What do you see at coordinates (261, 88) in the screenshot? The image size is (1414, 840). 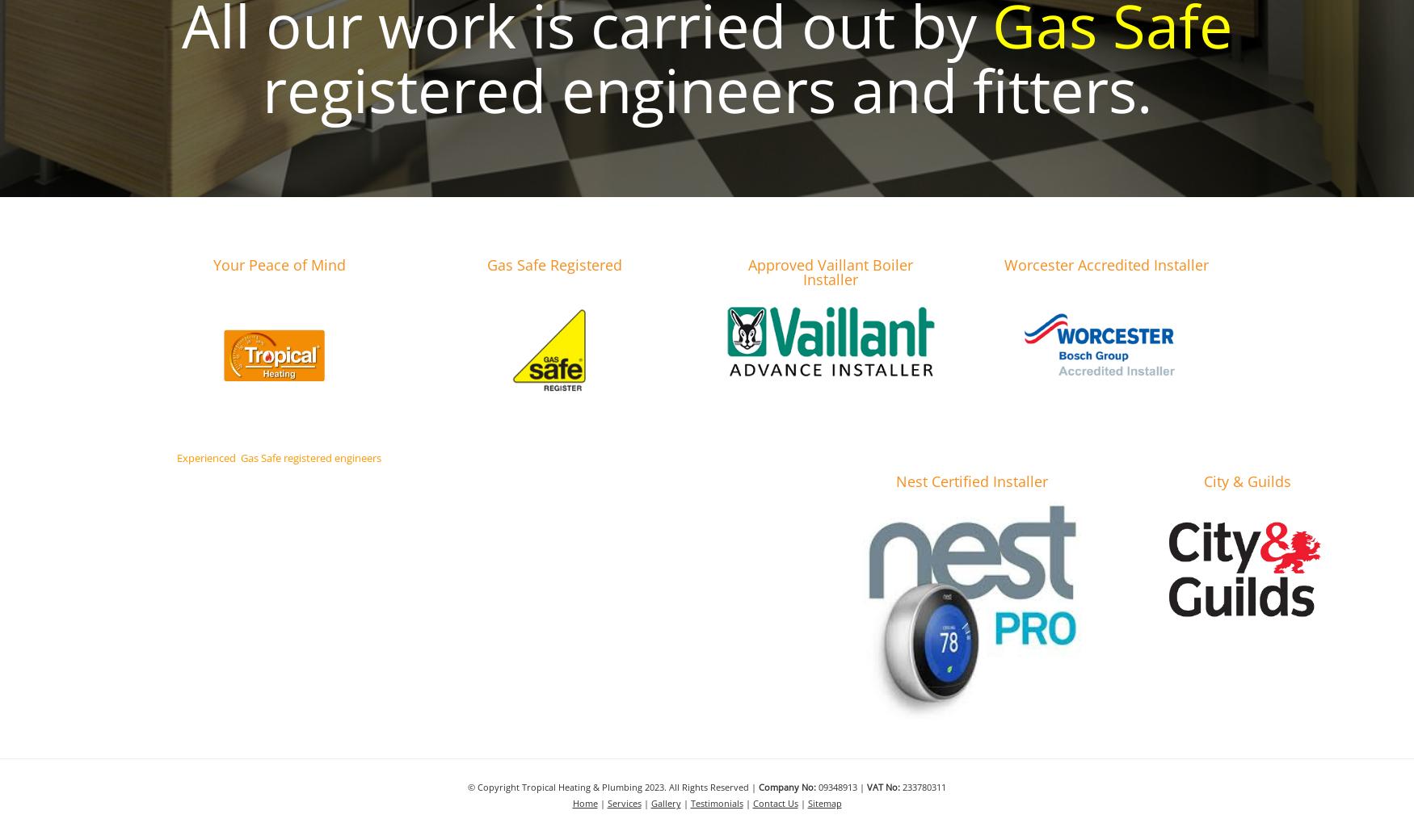 I see `'registered engineers and fitters.'` at bounding box center [261, 88].